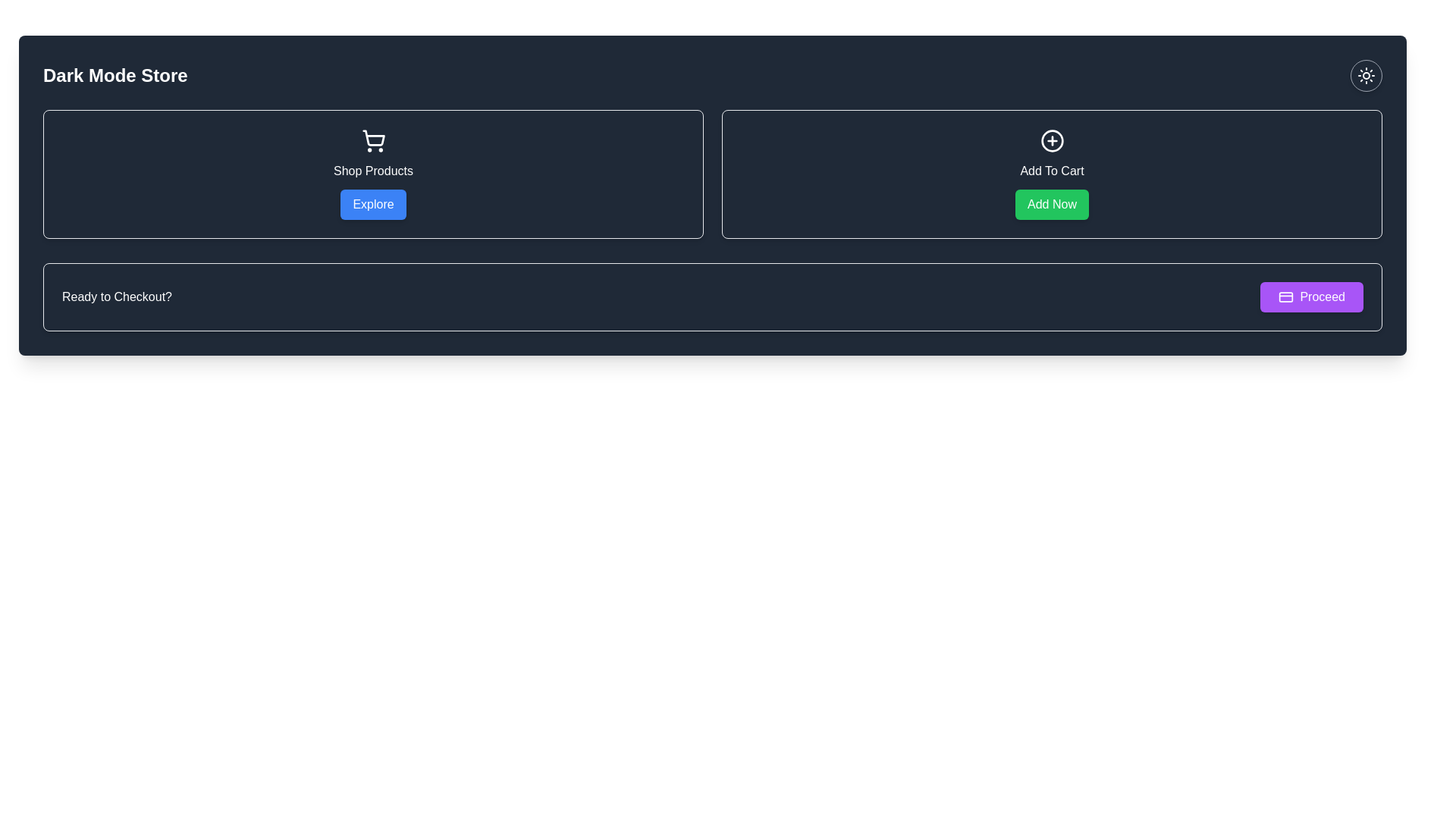 The image size is (1456, 819). Describe the element at coordinates (1051, 140) in the screenshot. I see `the circular icon with a plus sign at the top center of the 'Add To Cart' section` at that location.